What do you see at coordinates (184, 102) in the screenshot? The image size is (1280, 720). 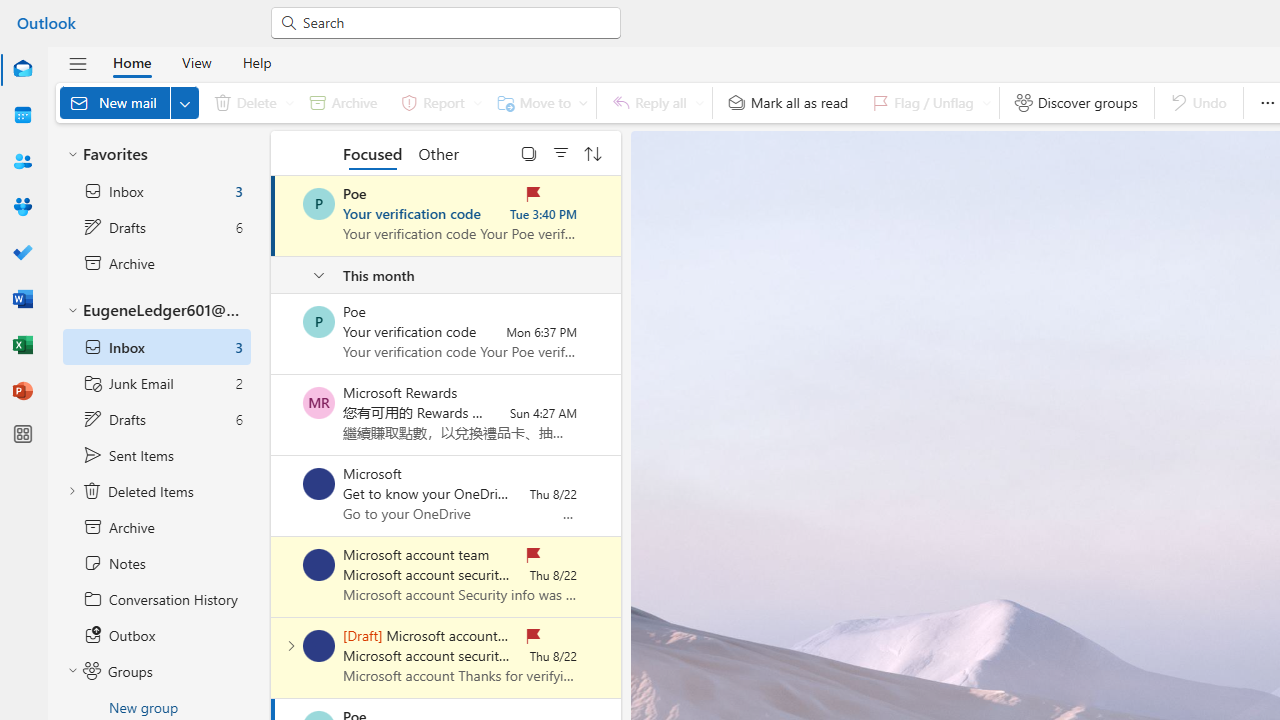 I see `'Expand to see more New options'` at bounding box center [184, 102].